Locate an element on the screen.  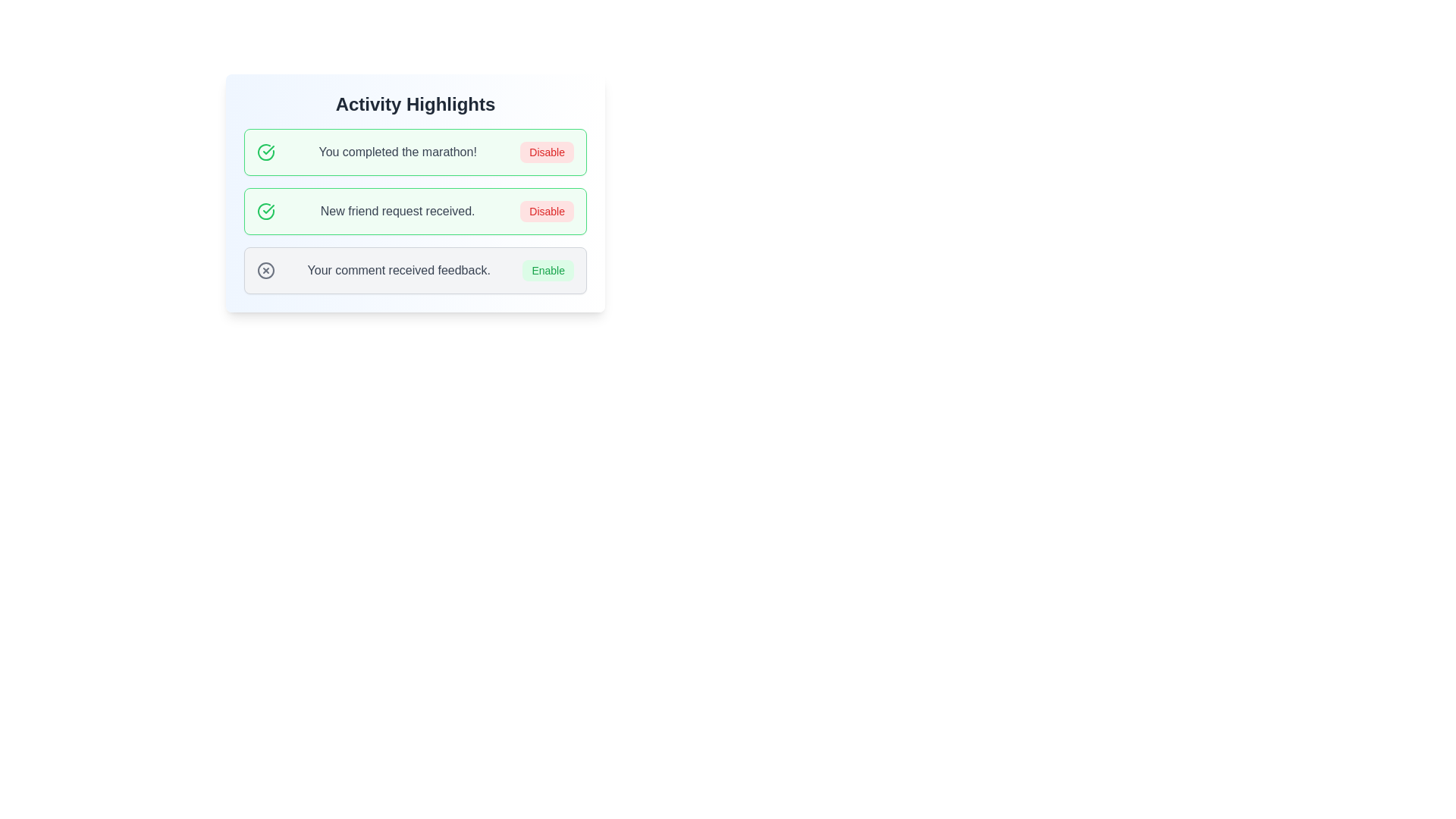
the leftmost icon in the second notification card to initiate possible interactions is located at coordinates (265, 211).